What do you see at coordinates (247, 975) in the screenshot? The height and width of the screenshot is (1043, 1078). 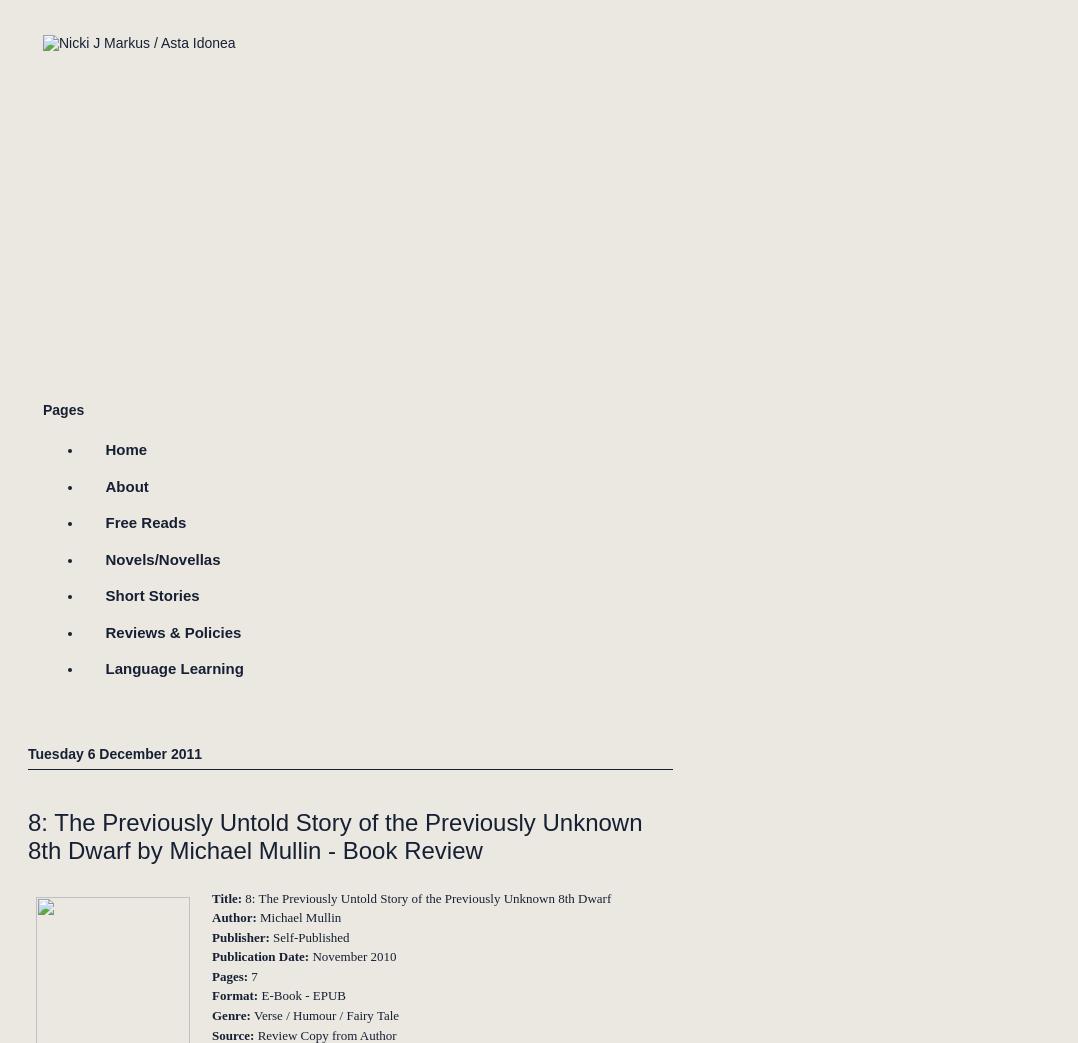 I see `'7'` at bounding box center [247, 975].